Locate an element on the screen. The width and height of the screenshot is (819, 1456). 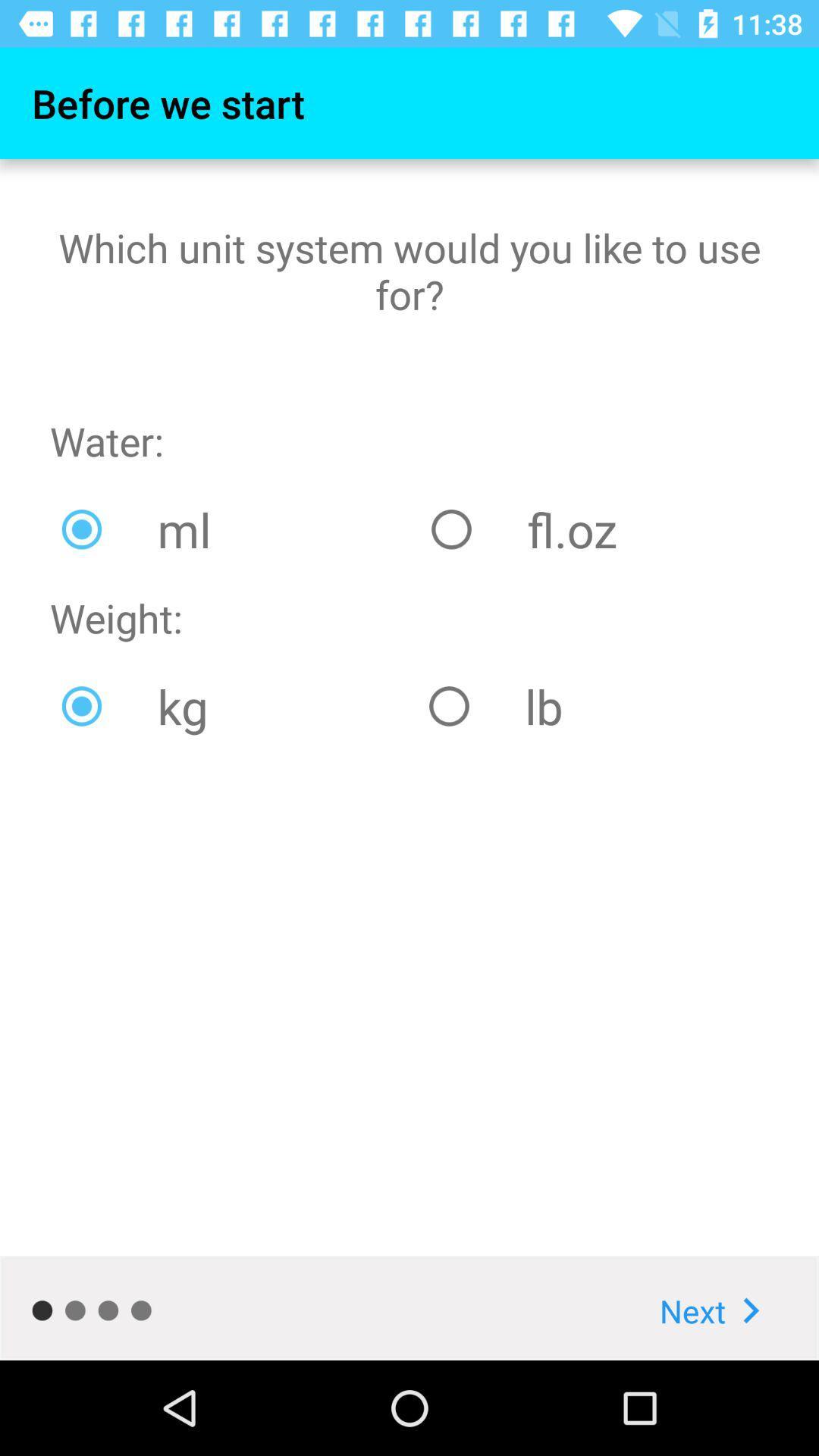
the icon above weight: icon is located at coordinates (234, 529).